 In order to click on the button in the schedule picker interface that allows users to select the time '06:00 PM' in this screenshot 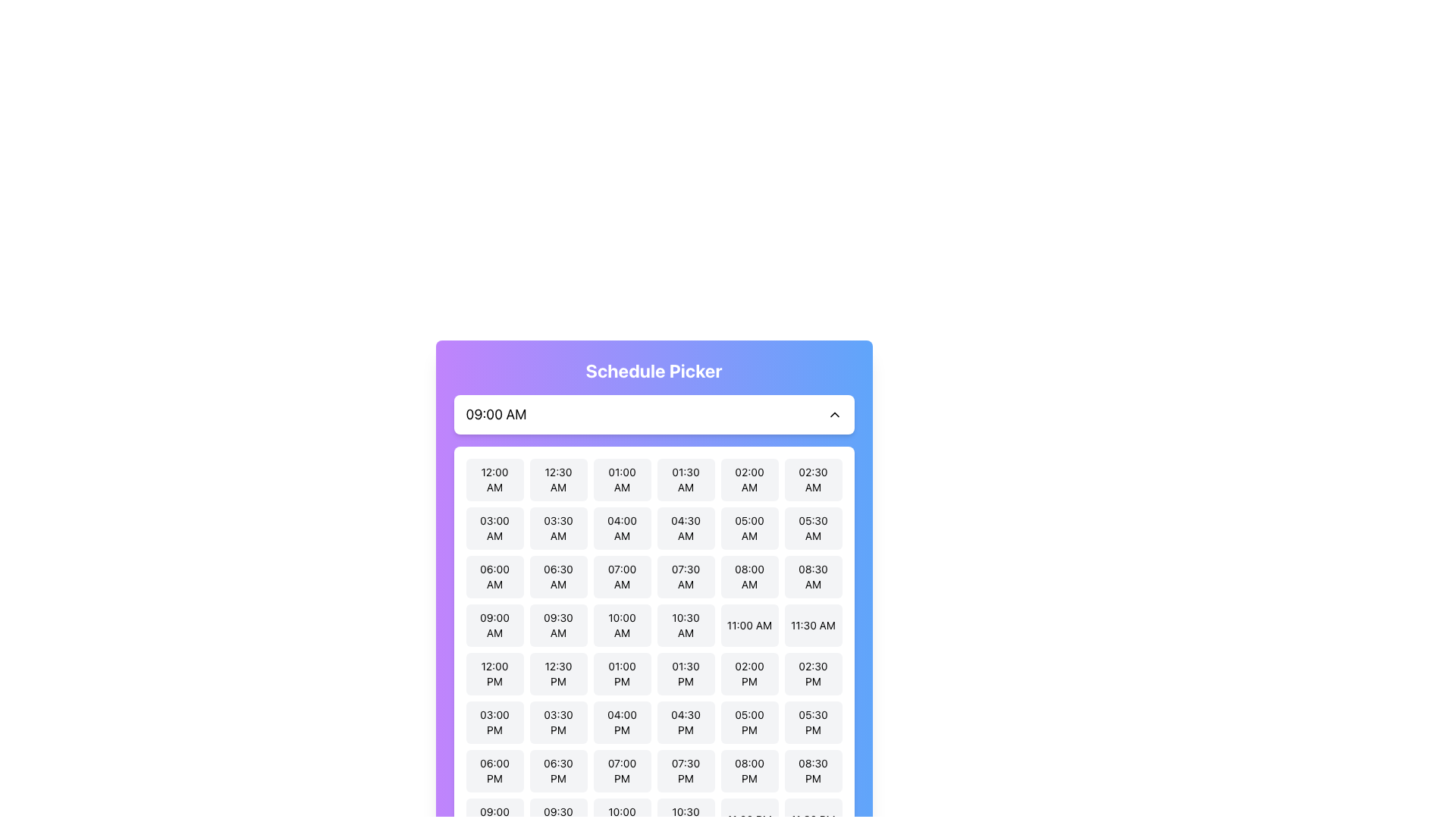, I will do `click(494, 771)`.